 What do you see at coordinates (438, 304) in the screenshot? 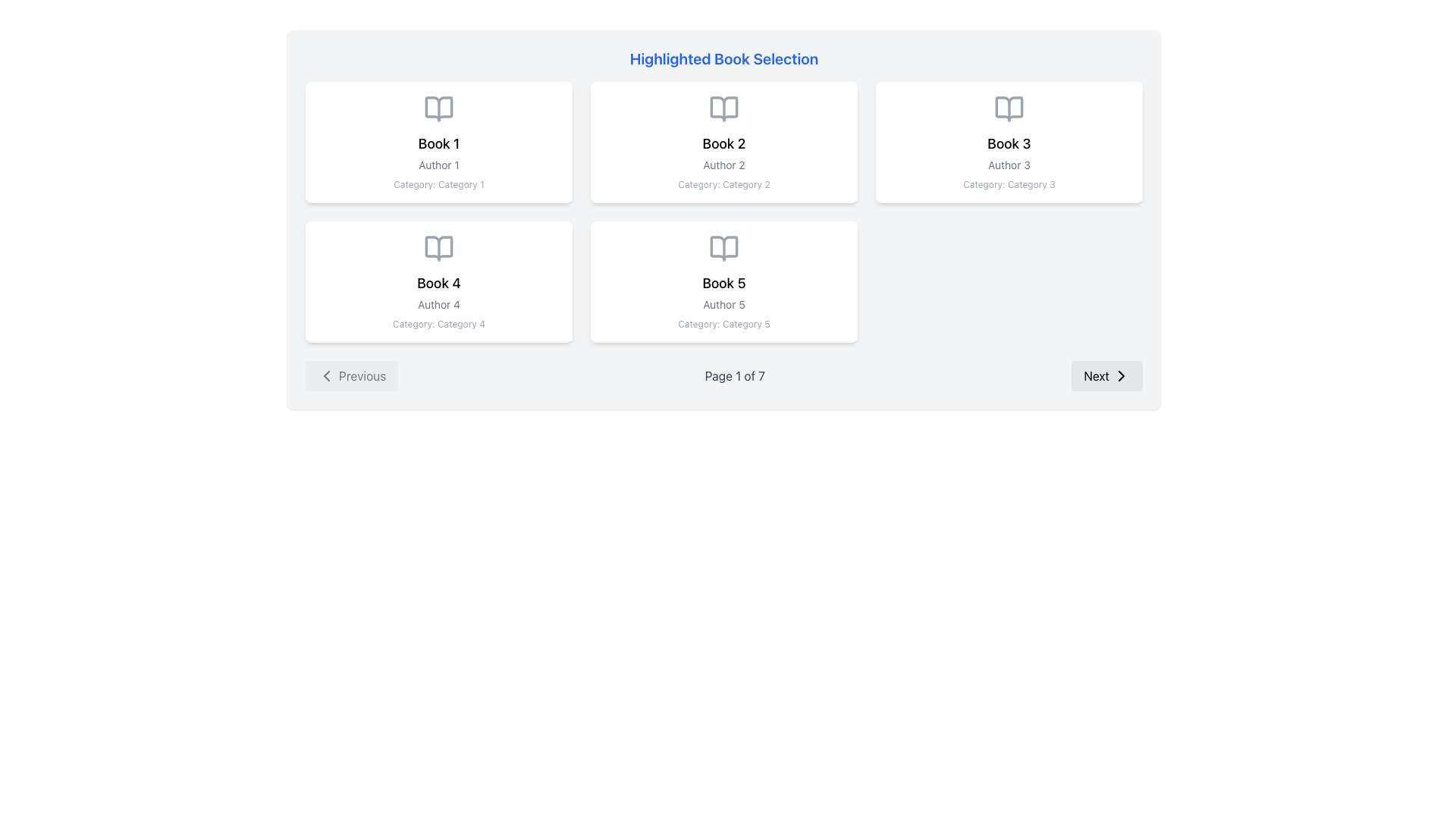
I see `the text label indicating the author of the associated book located on the third row, first column of the grid listing books, positioned below 'Book 4' and above 'Category: Category 4'` at bounding box center [438, 304].